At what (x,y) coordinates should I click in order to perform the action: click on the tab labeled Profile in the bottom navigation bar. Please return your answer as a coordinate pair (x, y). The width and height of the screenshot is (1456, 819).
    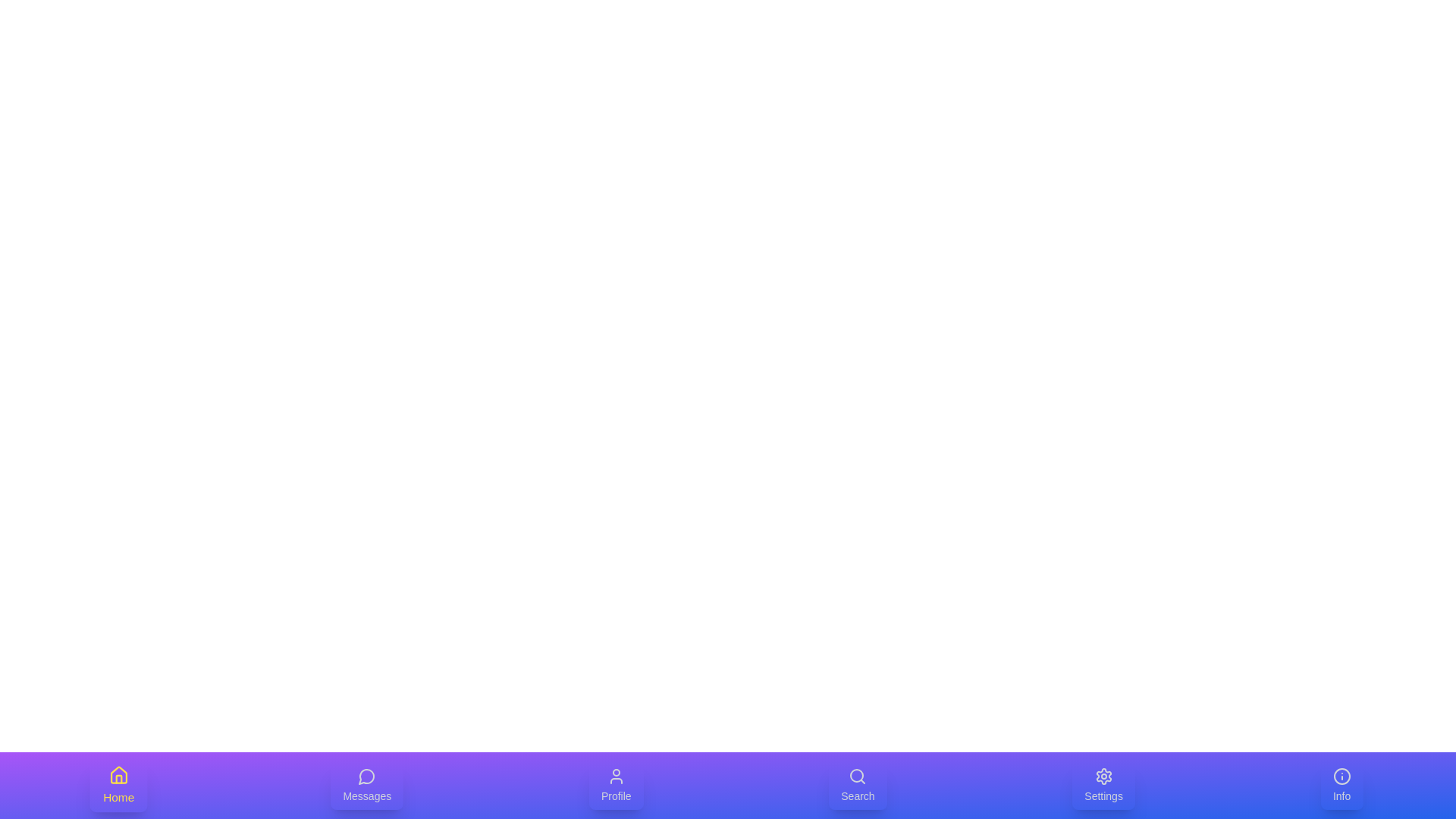
    Looking at the image, I should click on (615, 785).